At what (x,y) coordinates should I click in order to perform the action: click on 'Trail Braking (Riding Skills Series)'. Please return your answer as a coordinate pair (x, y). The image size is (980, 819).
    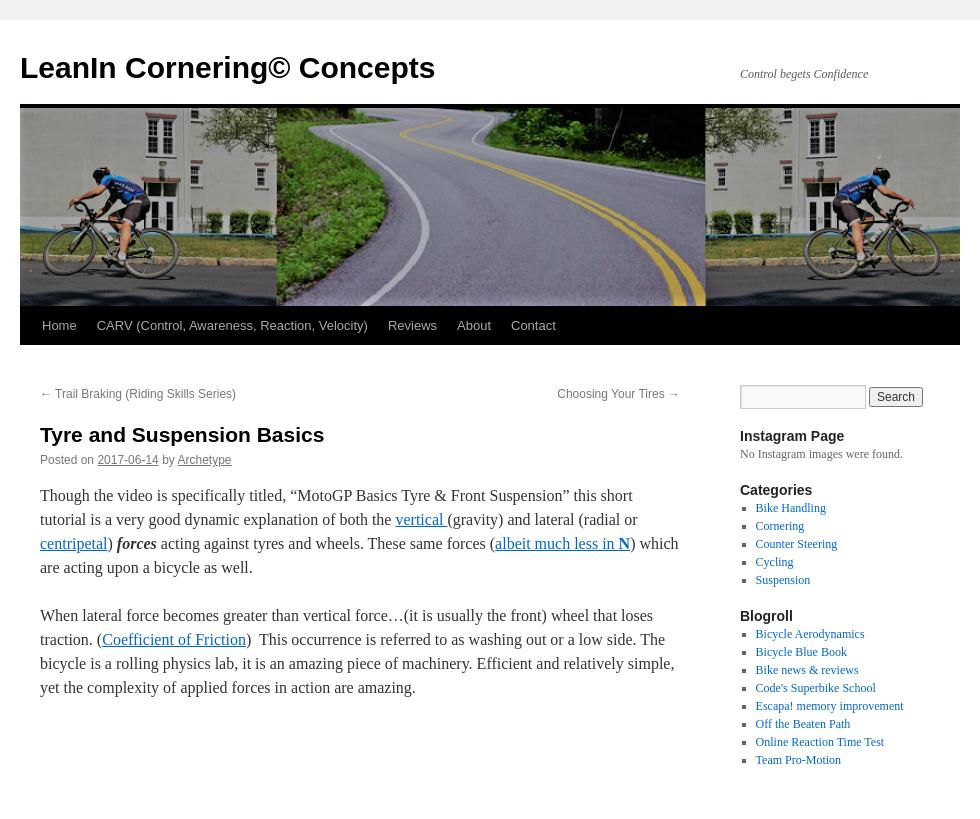
    Looking at the image, I should click on (52, 393).